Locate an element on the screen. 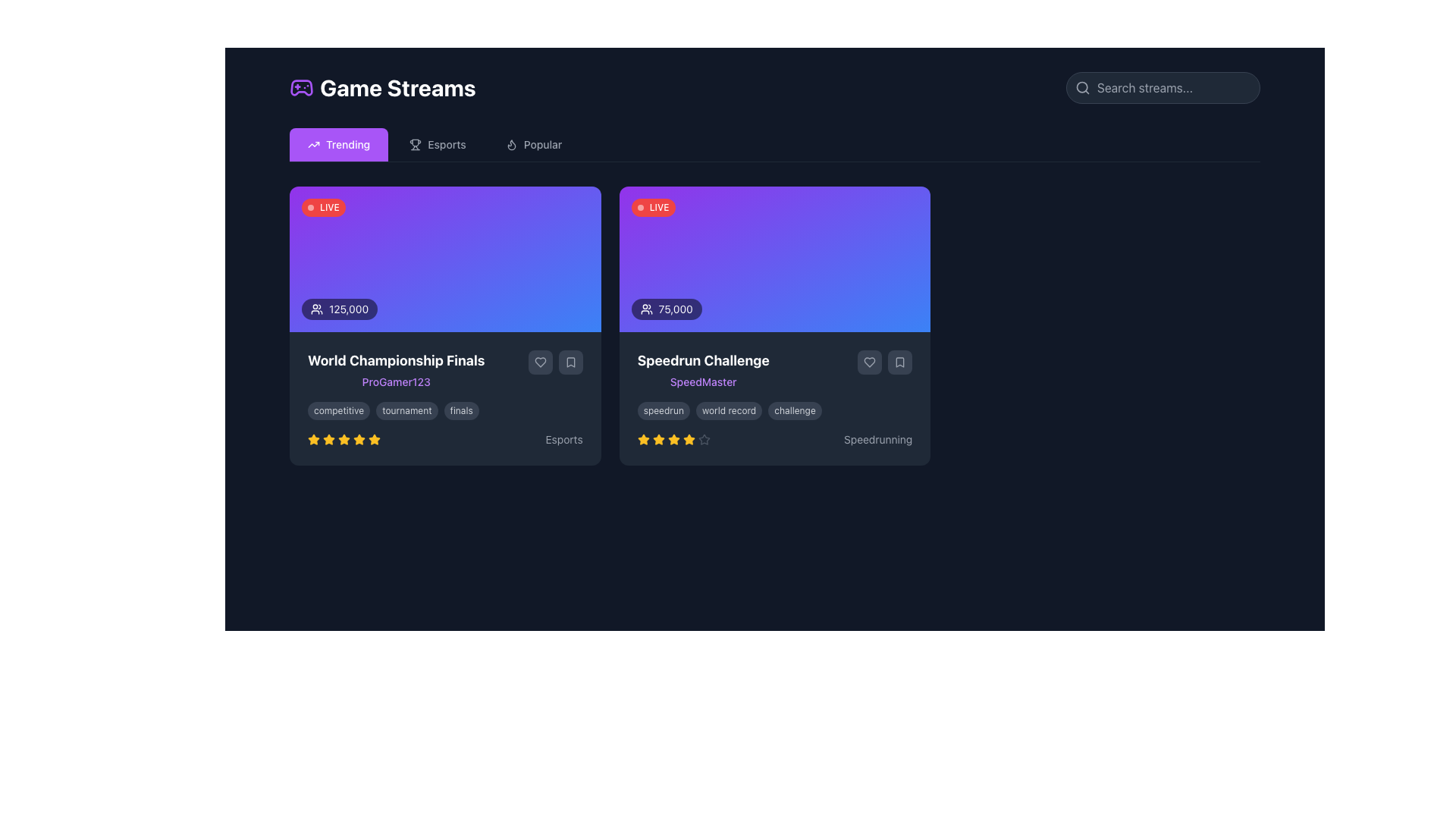  the star icon element located at the lower-left corner of the 'World Championship Finals' content card, which is part of a row of five stars used for ratings is located at coordinates (312, 439).